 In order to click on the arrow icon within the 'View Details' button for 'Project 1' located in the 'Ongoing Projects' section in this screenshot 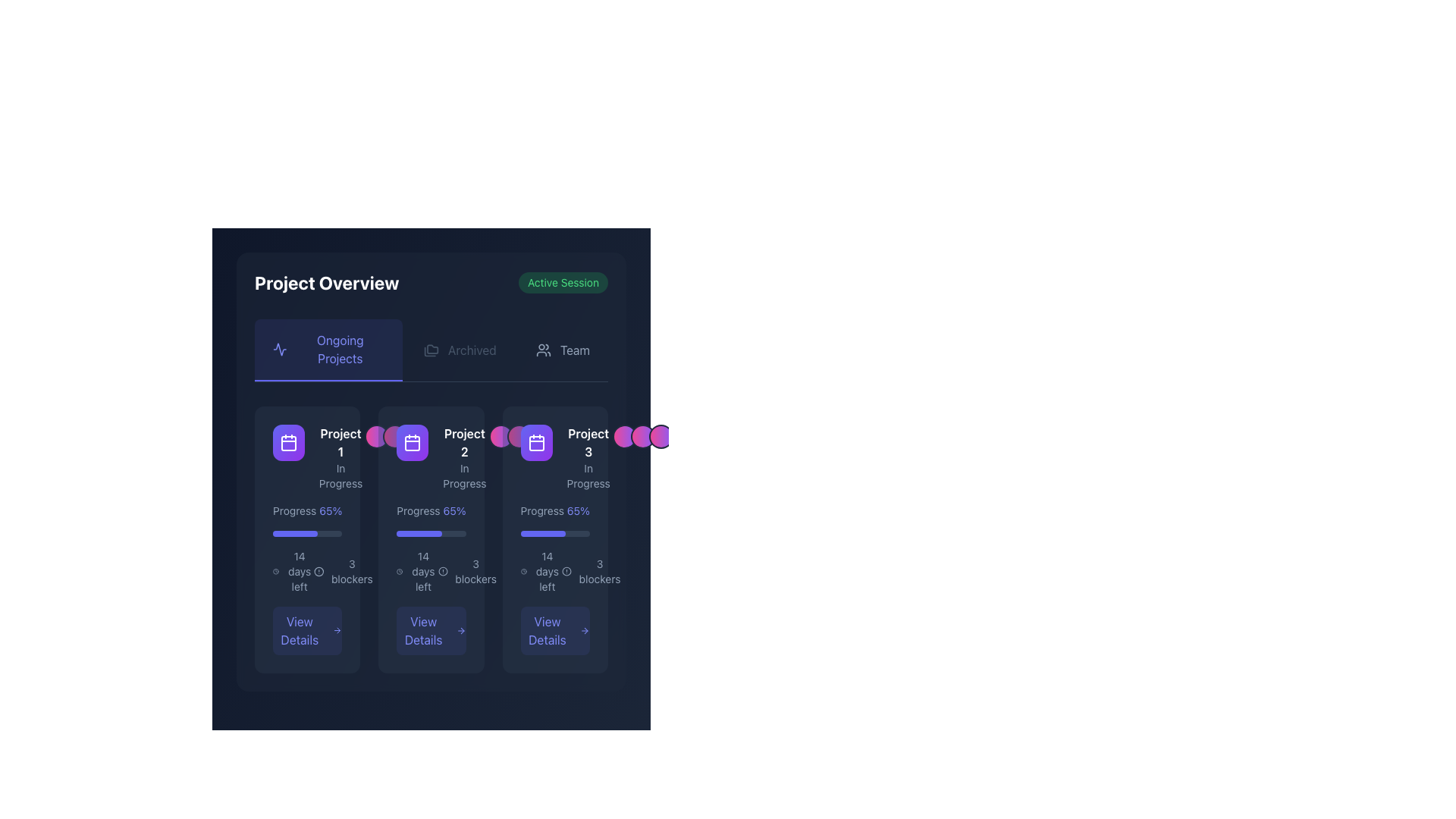, I will do `click(337, 631)`.